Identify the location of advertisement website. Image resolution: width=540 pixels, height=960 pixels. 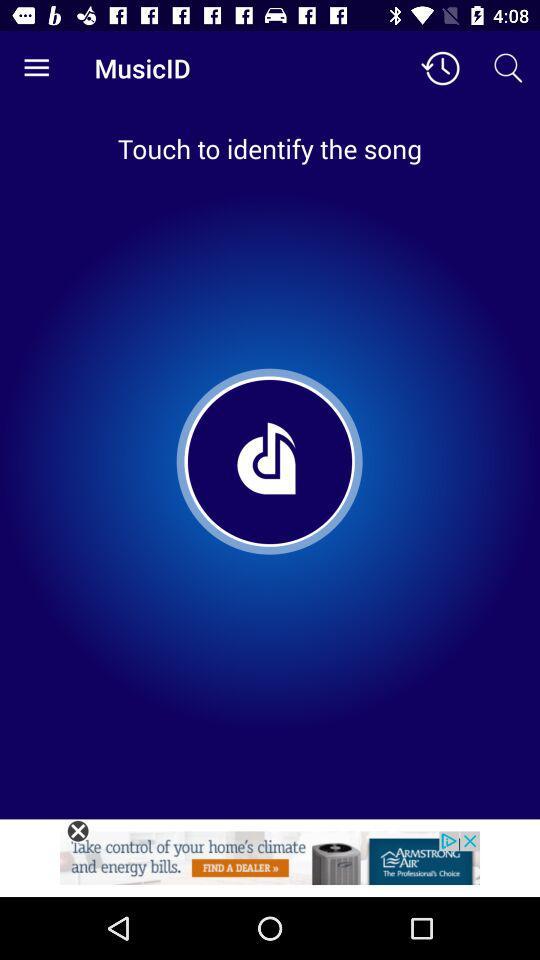
(270, 863).